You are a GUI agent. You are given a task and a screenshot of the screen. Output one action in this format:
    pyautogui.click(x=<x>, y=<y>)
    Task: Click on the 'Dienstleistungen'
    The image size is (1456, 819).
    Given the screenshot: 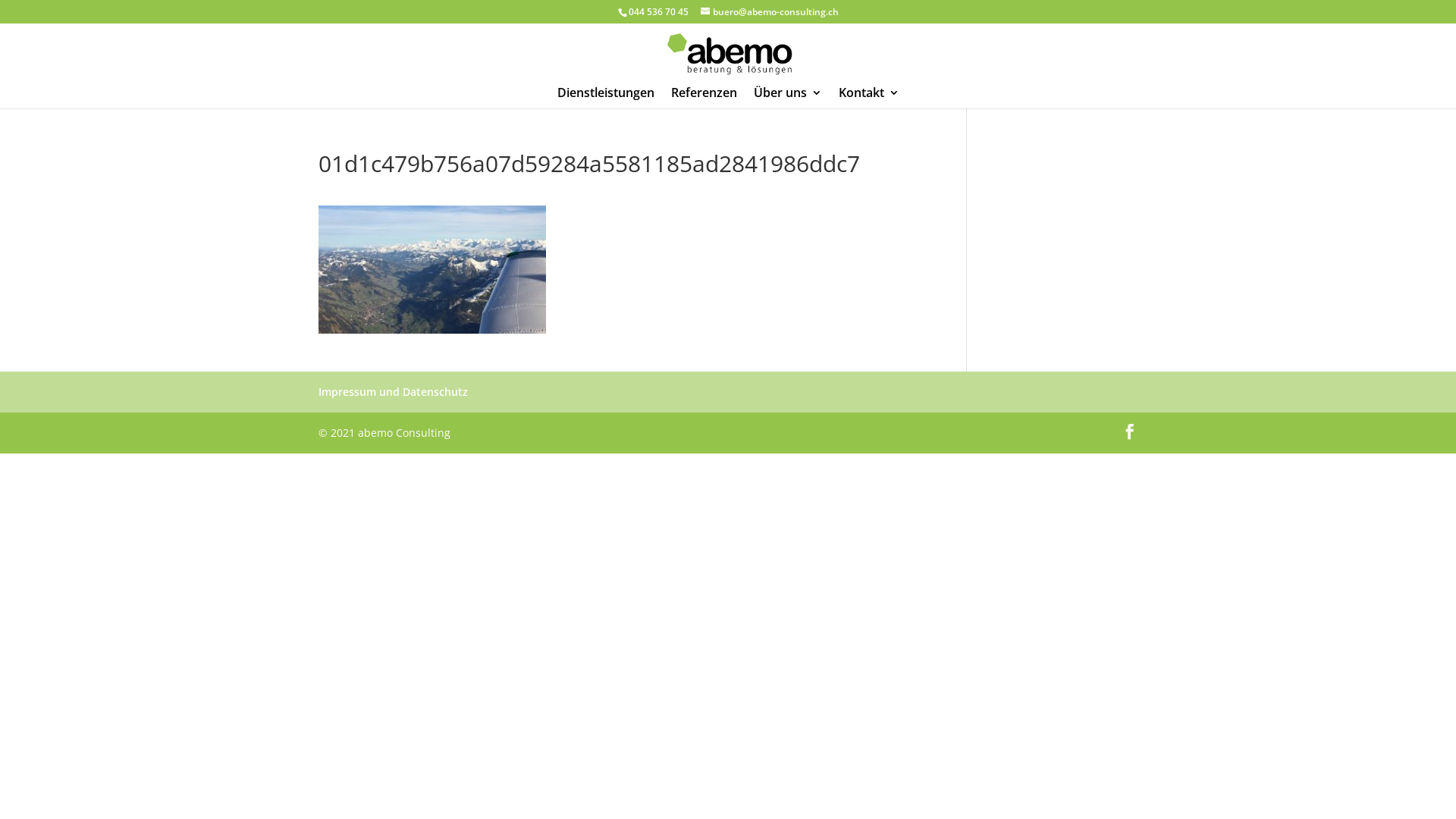 What is the action you would take?
    pyautogui.click(x=556, y=97)
    